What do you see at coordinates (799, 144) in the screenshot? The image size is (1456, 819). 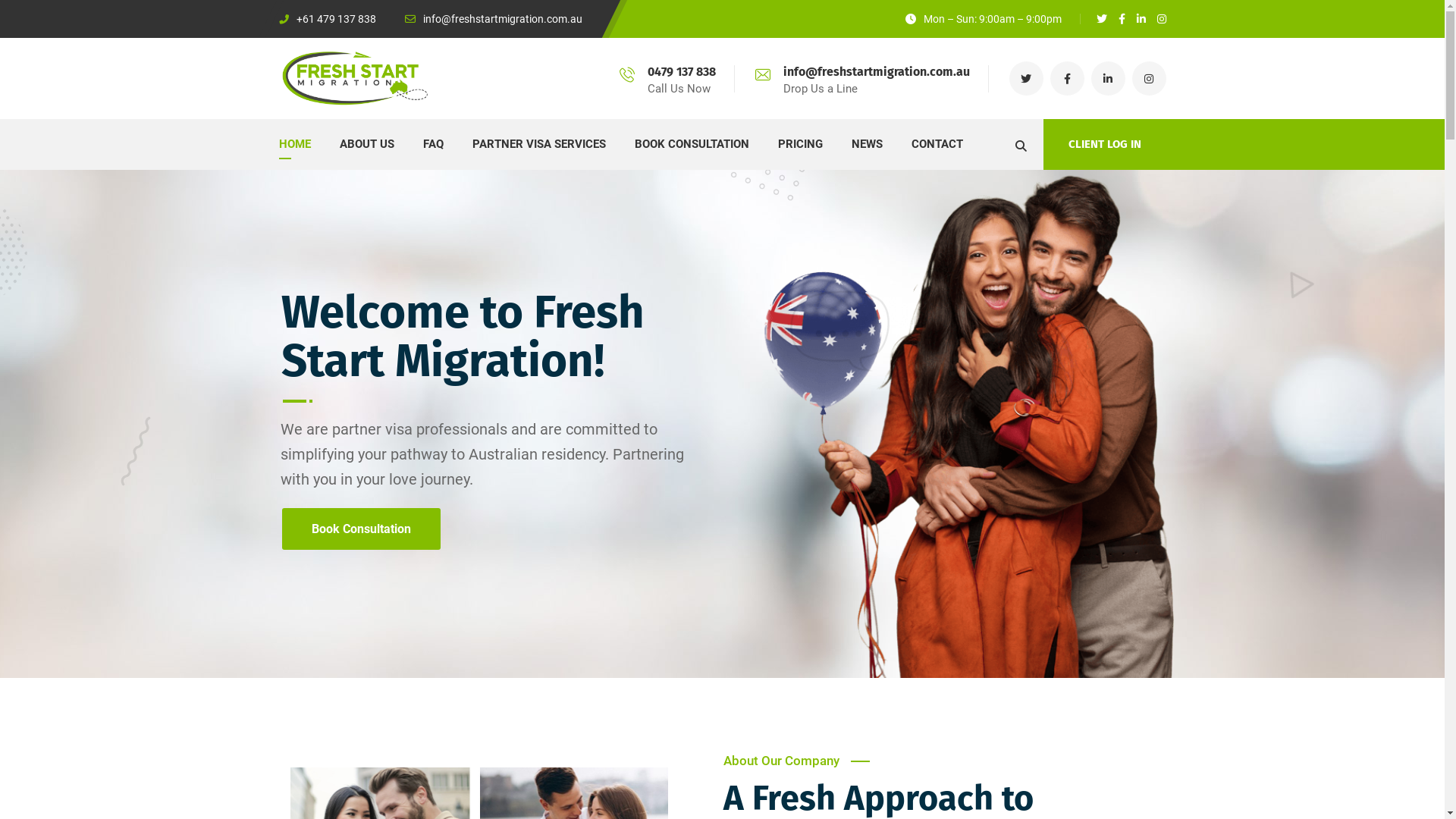 I see `'PRICING'` at bounding box center [799, 144].